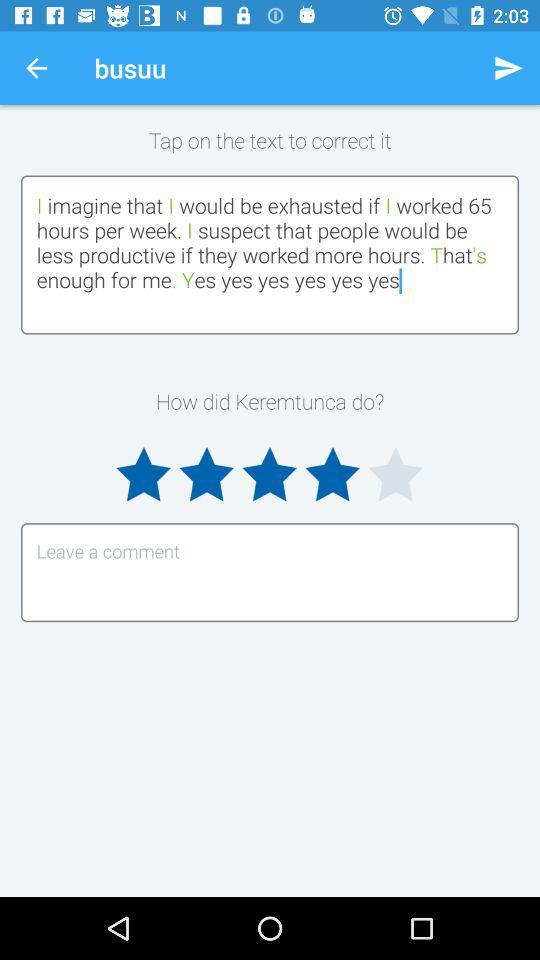 This screenshot has width=540, height=960. Describe the element at coordinates (508, 68) in the screenshot. I see `the item above tap on the icon` at that location.